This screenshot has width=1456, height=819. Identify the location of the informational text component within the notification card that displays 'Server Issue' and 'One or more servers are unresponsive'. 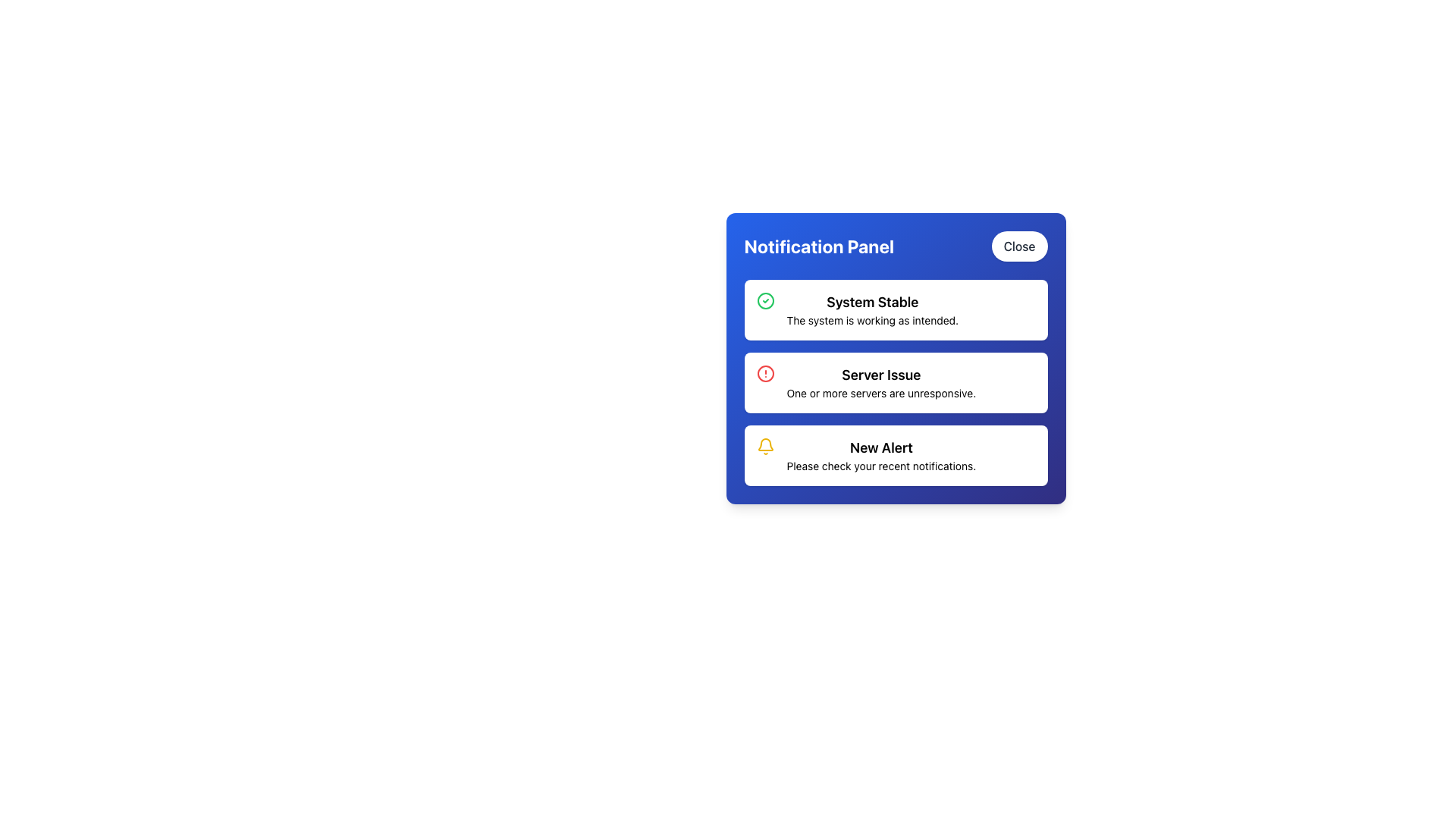
(881, 382).